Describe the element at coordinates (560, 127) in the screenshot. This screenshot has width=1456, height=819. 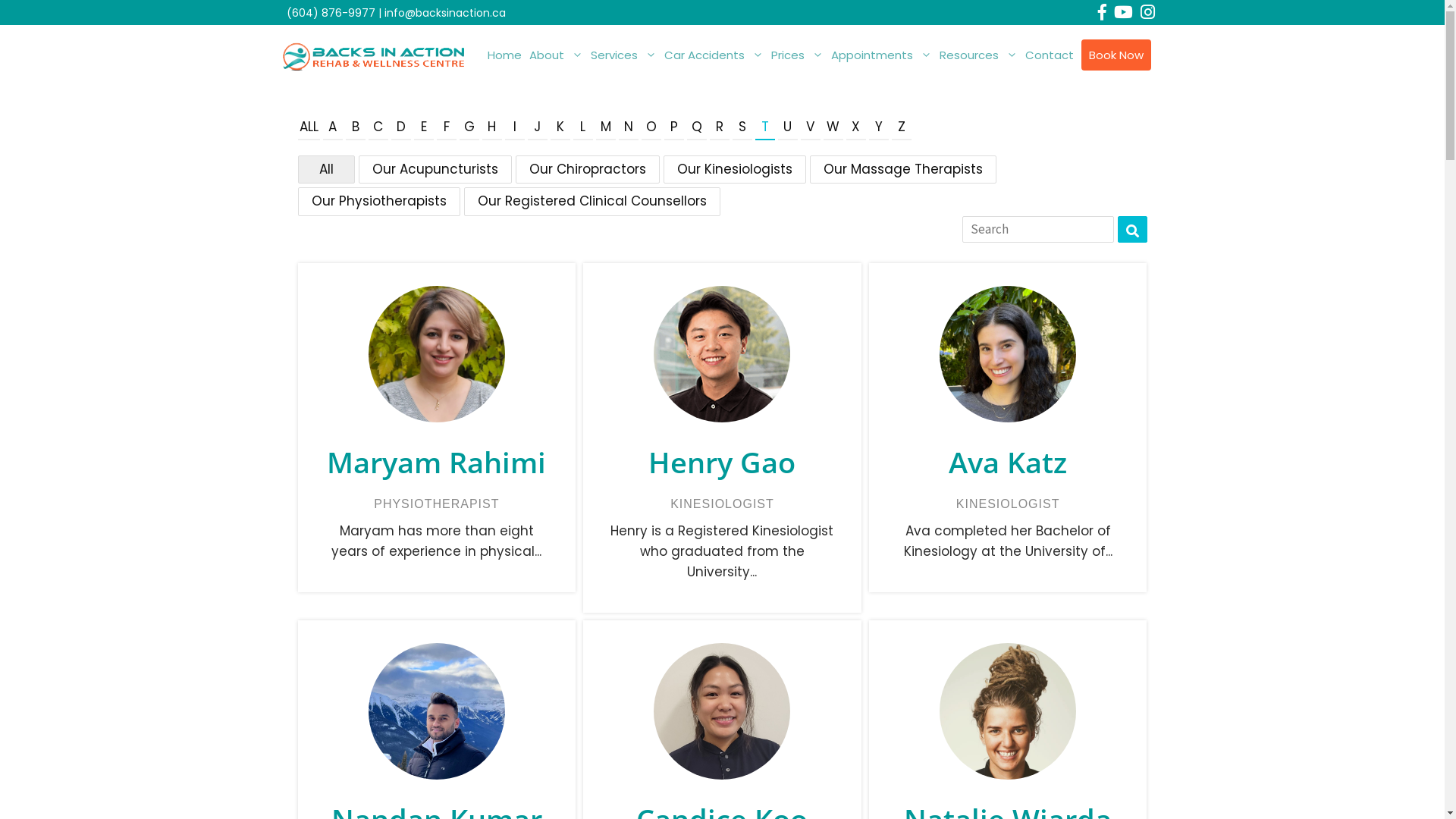
I see `'K'` at that location.